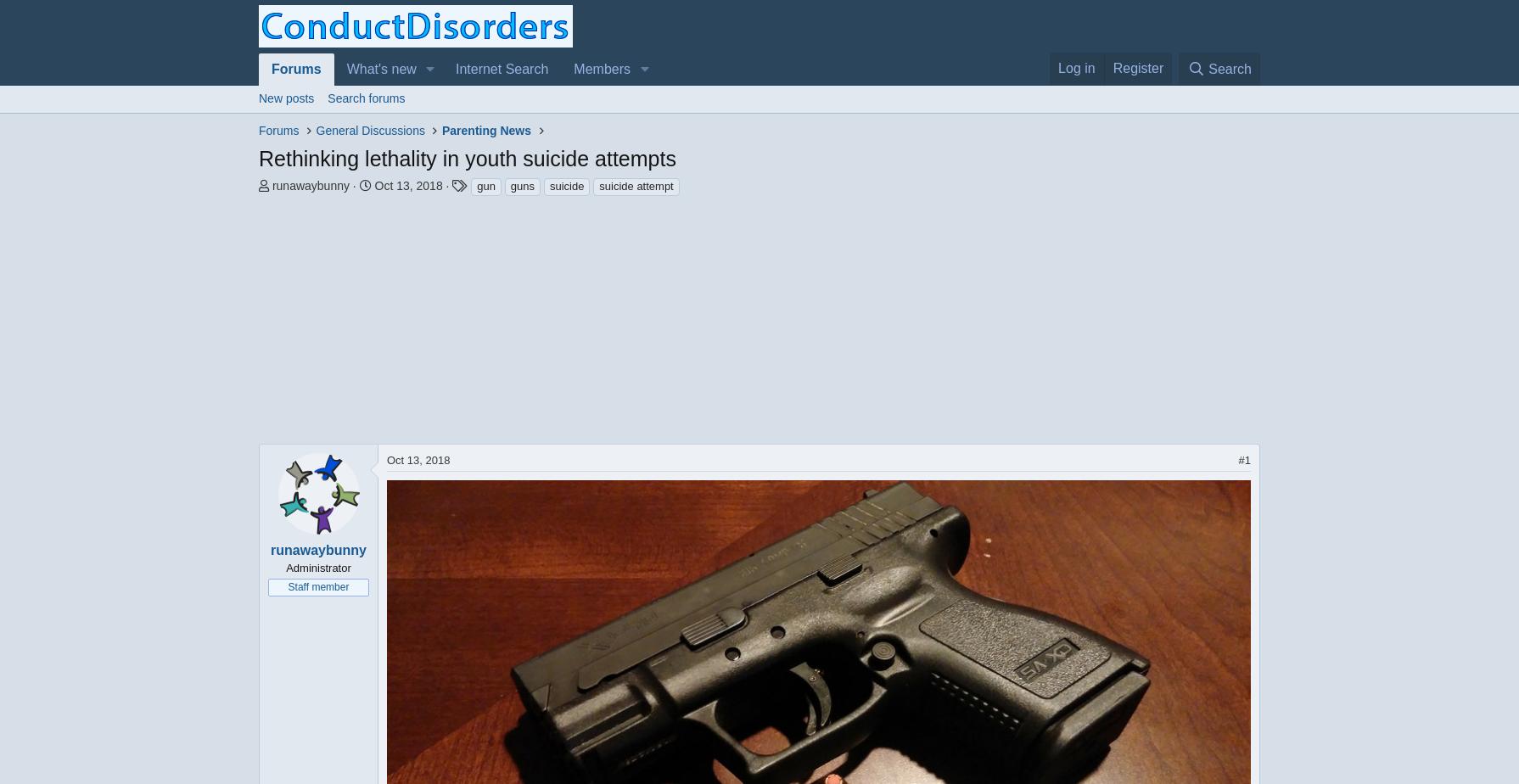 Image resolution: width=1519 pixels, height=784 pixels. Describe the element at coordinates (1138, 68) in the screenshot. I see `'Register'` at that location.